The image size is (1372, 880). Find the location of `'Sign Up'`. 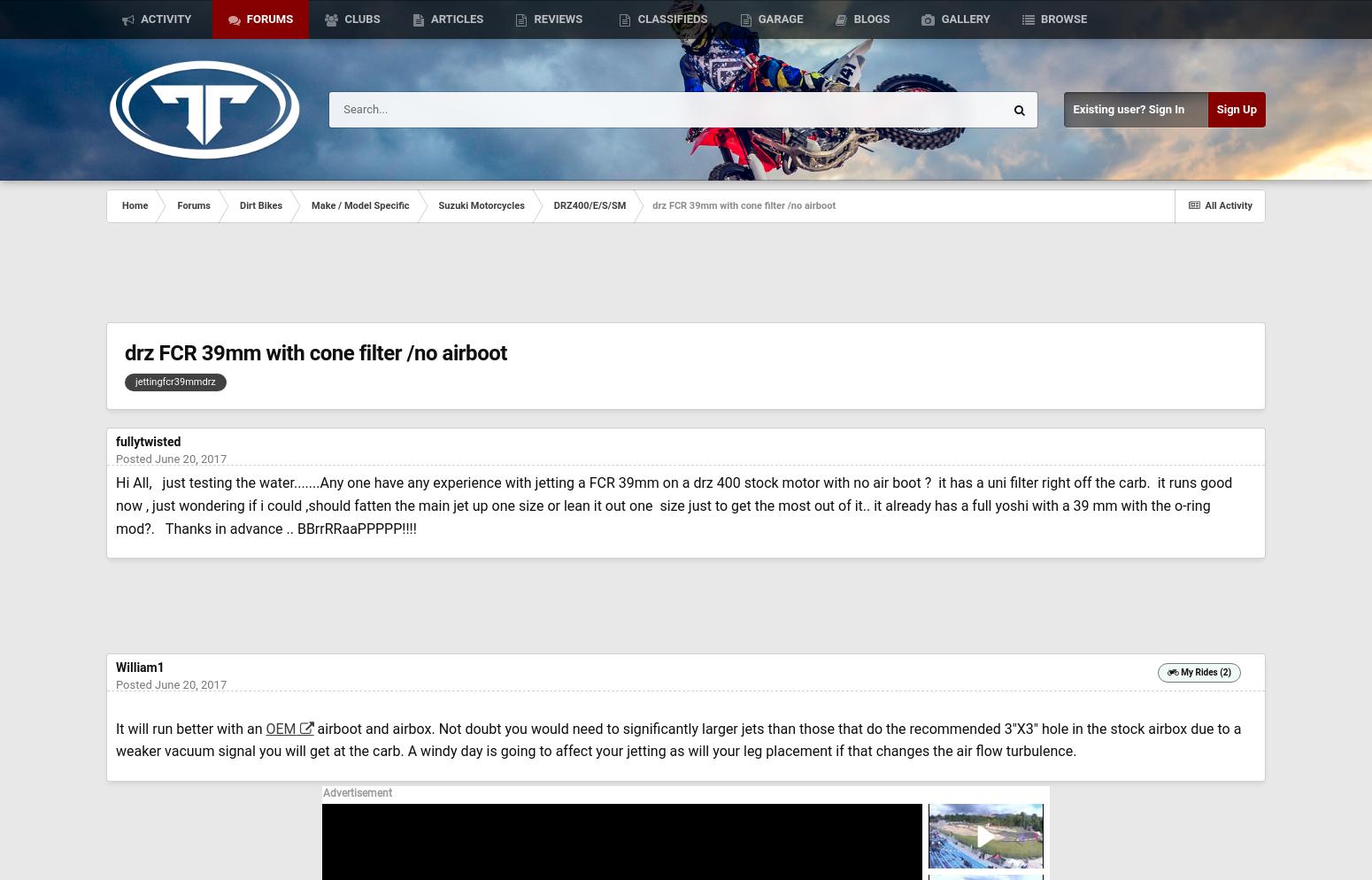

'Sign Up' is located at coordinates (1236, 108).